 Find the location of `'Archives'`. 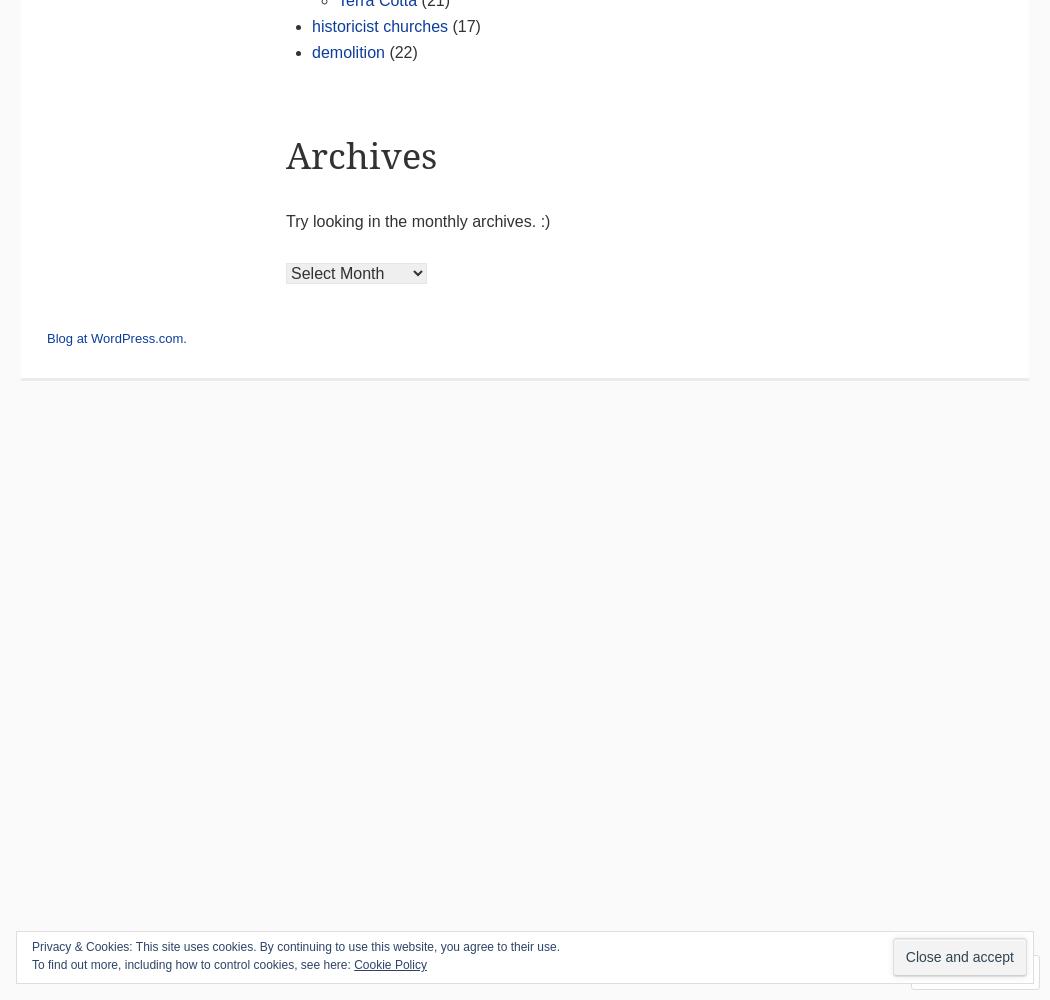

'Archives' is located at coordinates (360, 155).